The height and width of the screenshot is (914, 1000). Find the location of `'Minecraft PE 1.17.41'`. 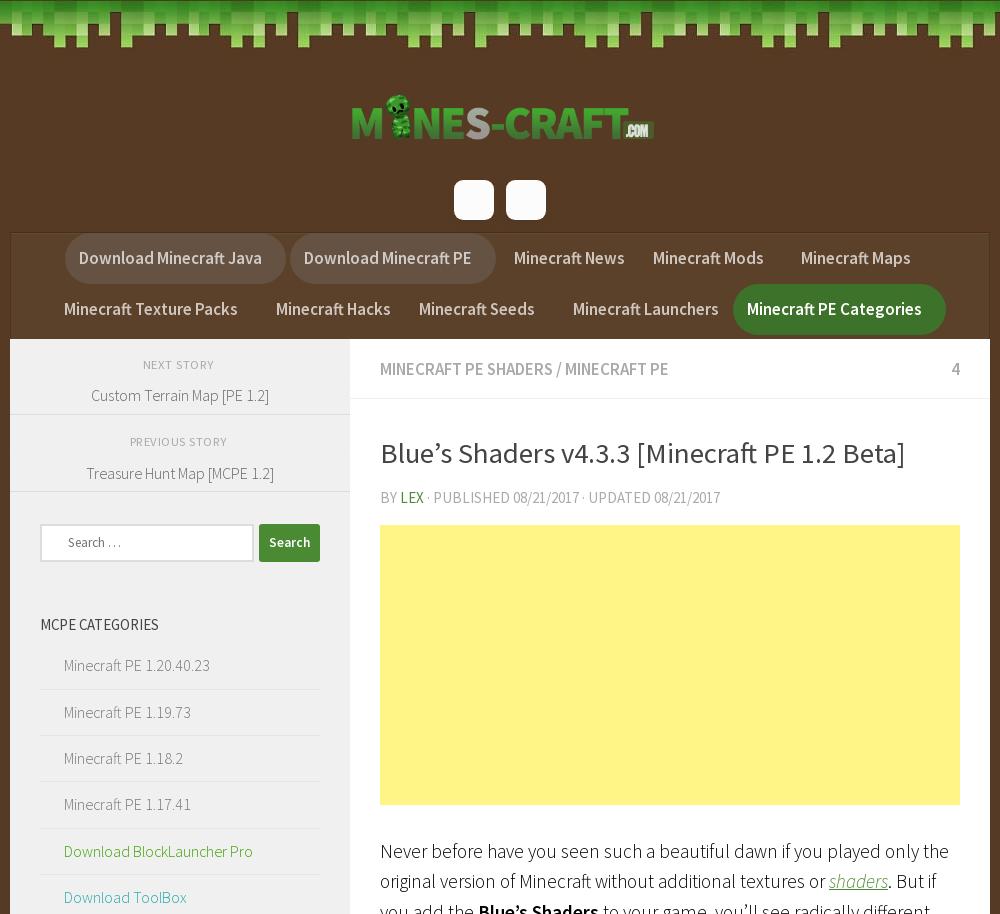

'Minecraft PE 1.17.41' is located at coordinates (126, 802).